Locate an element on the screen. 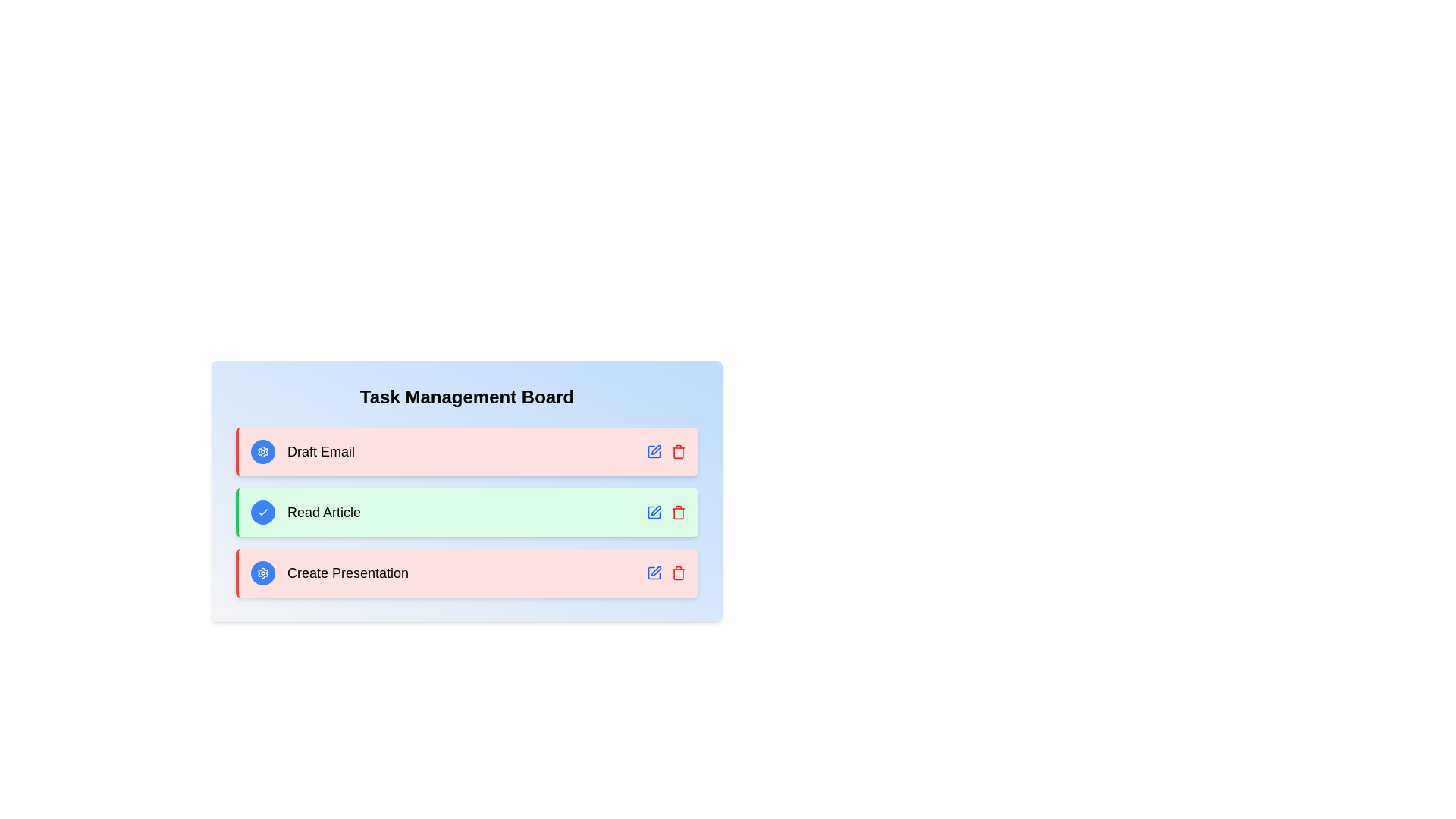  the trash icon to delete the task Draft Email is located at coordinates (677, 451).